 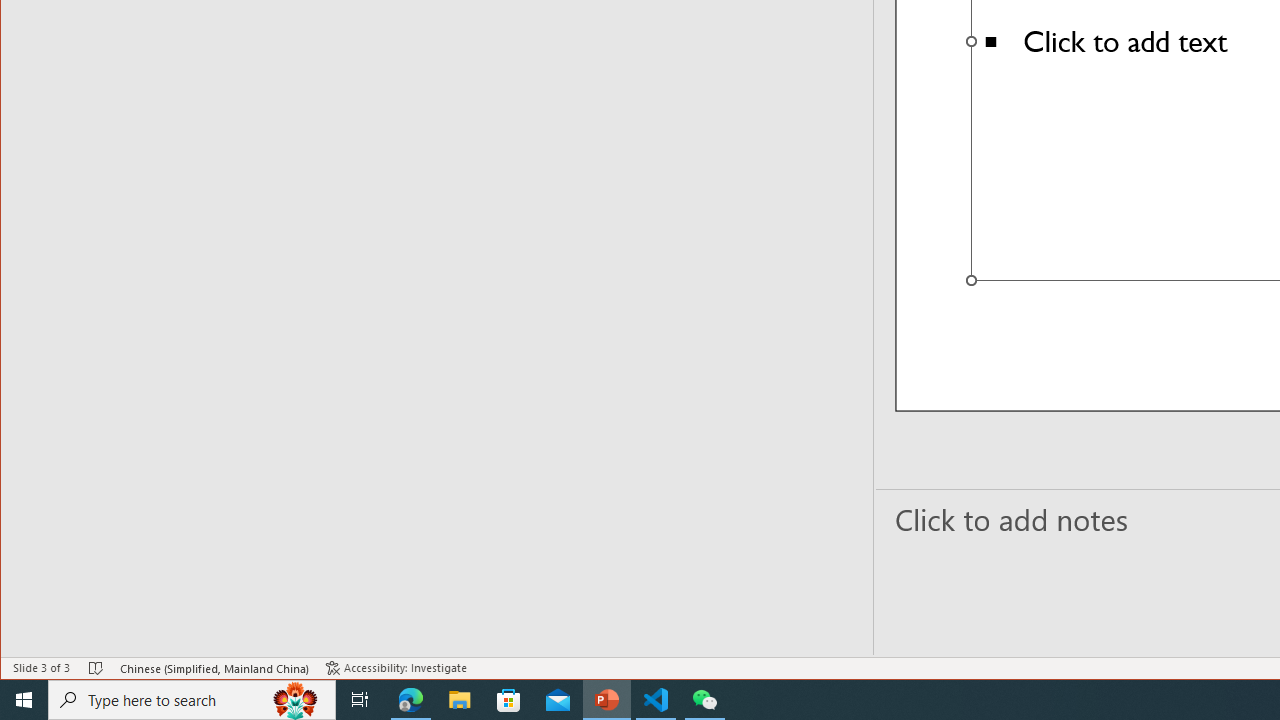 What do you see at coordinates (294, 698) in the screenshot?
I see `'Search highlights icon opens search home window'` at bounding box center [294, 698].